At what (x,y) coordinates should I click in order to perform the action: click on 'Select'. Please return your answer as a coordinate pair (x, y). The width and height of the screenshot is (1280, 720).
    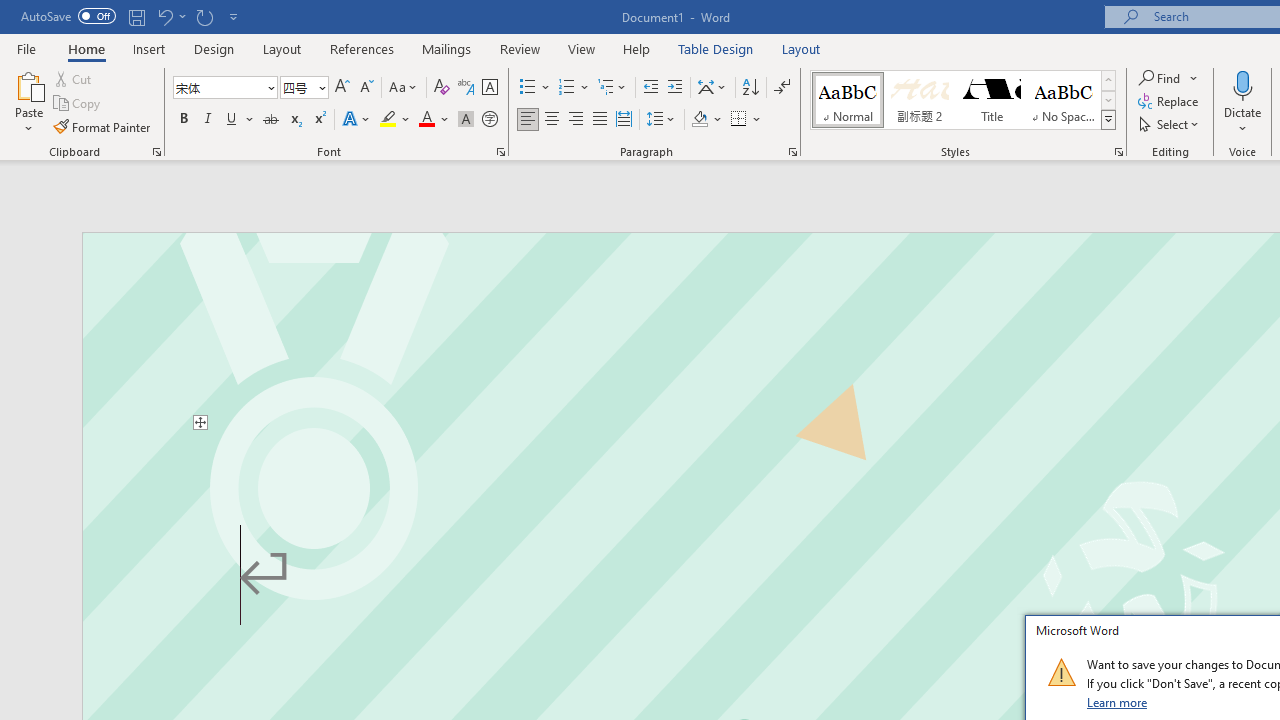
    Looking at the image, I should click on (1170, 124).